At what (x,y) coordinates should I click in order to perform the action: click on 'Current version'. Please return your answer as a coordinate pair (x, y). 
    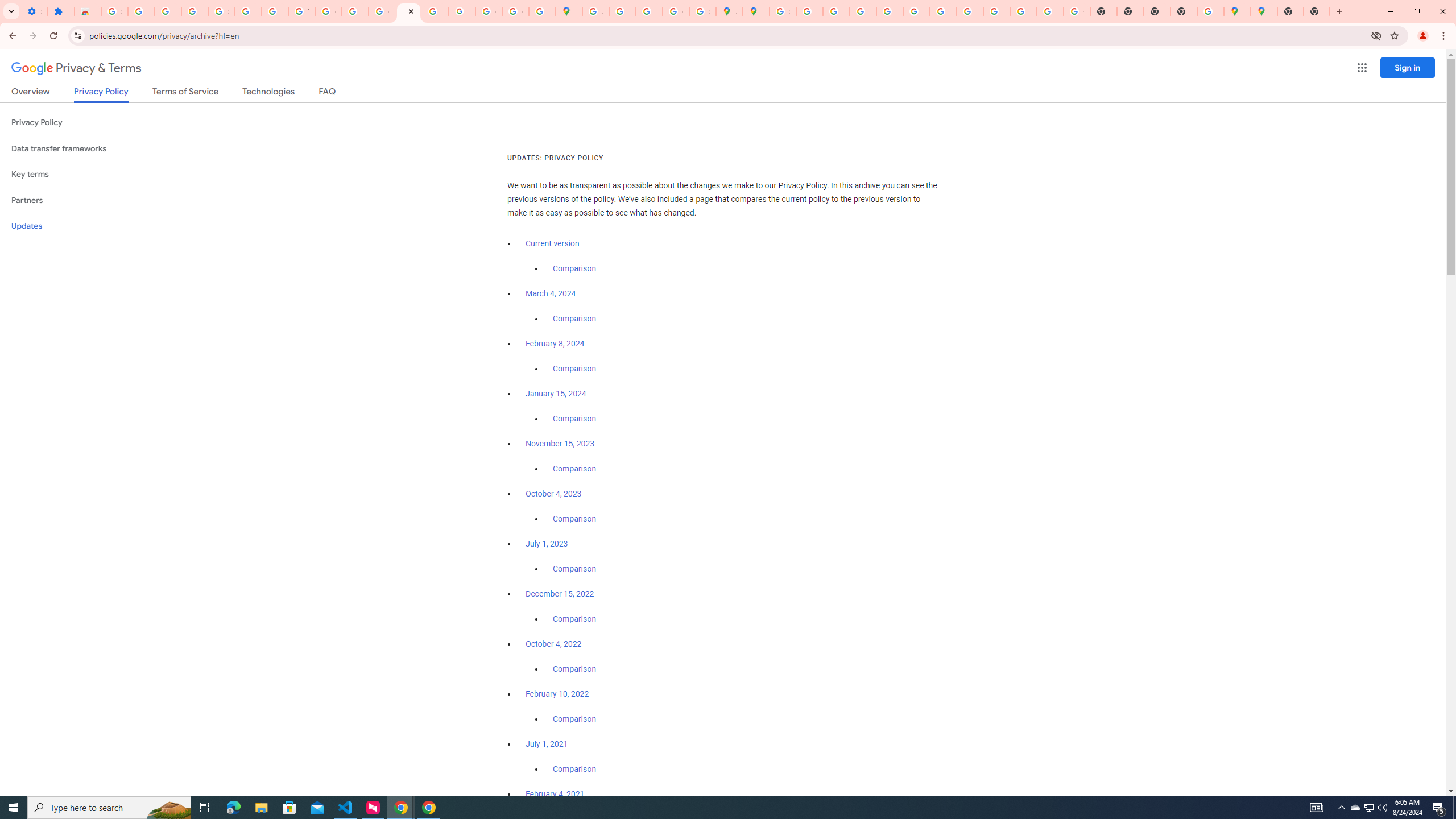
    Looking at the image, I should click on (552, 243).